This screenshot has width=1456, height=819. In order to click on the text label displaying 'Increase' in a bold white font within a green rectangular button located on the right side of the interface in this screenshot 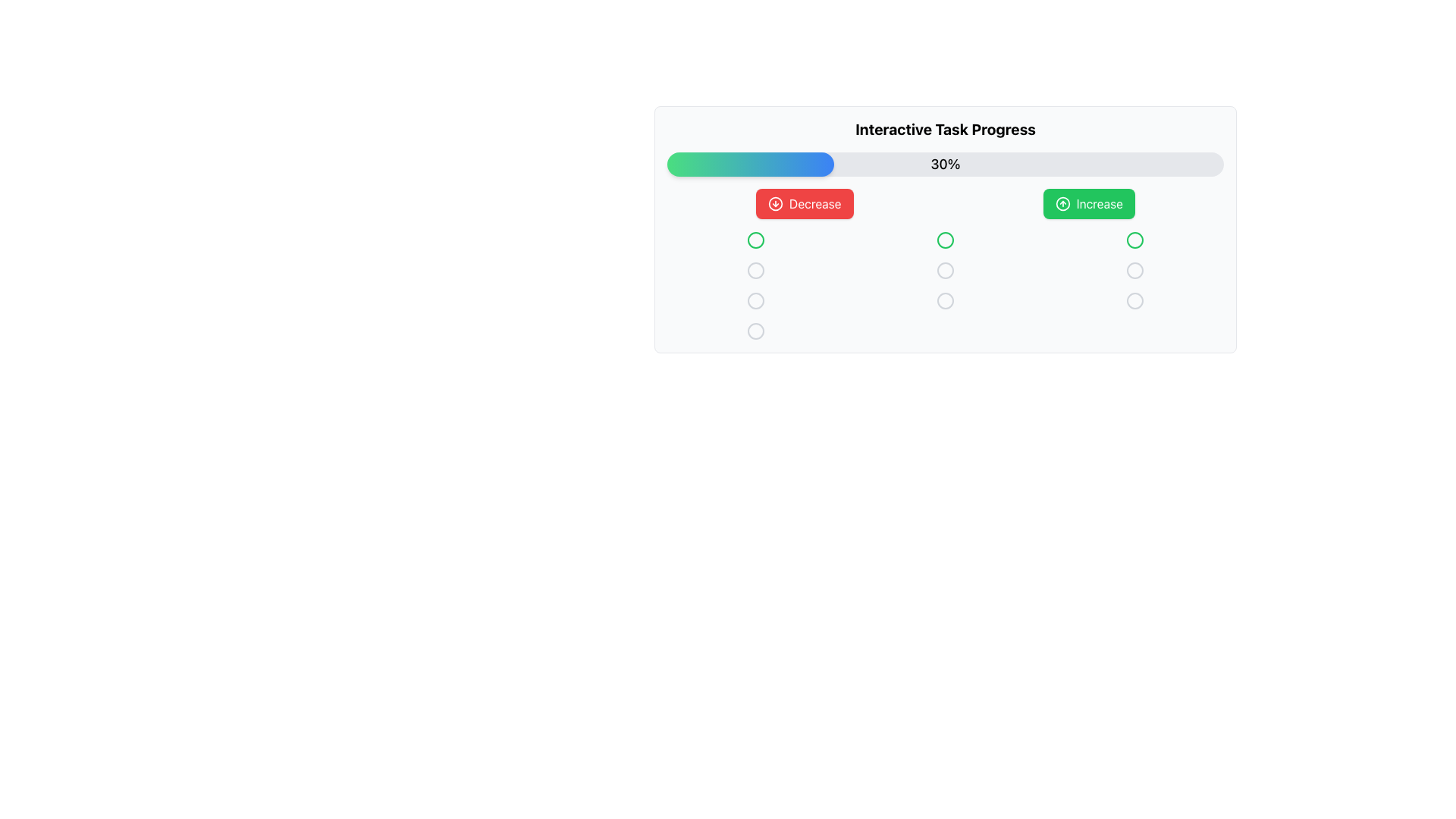, I will do `click(1100, 203)`.